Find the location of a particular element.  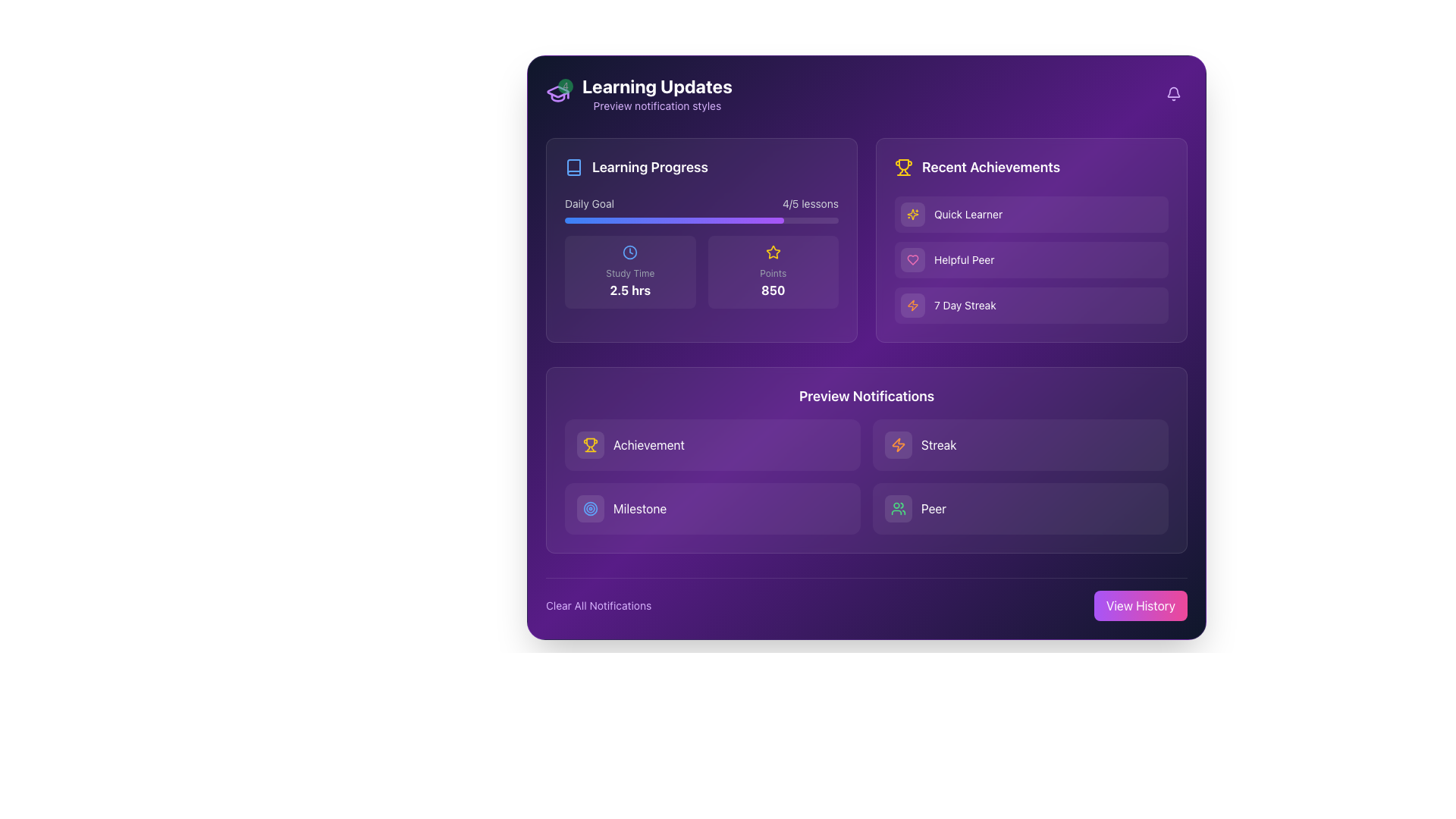

the leftmost informational card displaying study time completed or allocated in the 'Learning Progress' section is located at coordinates (630, 271).